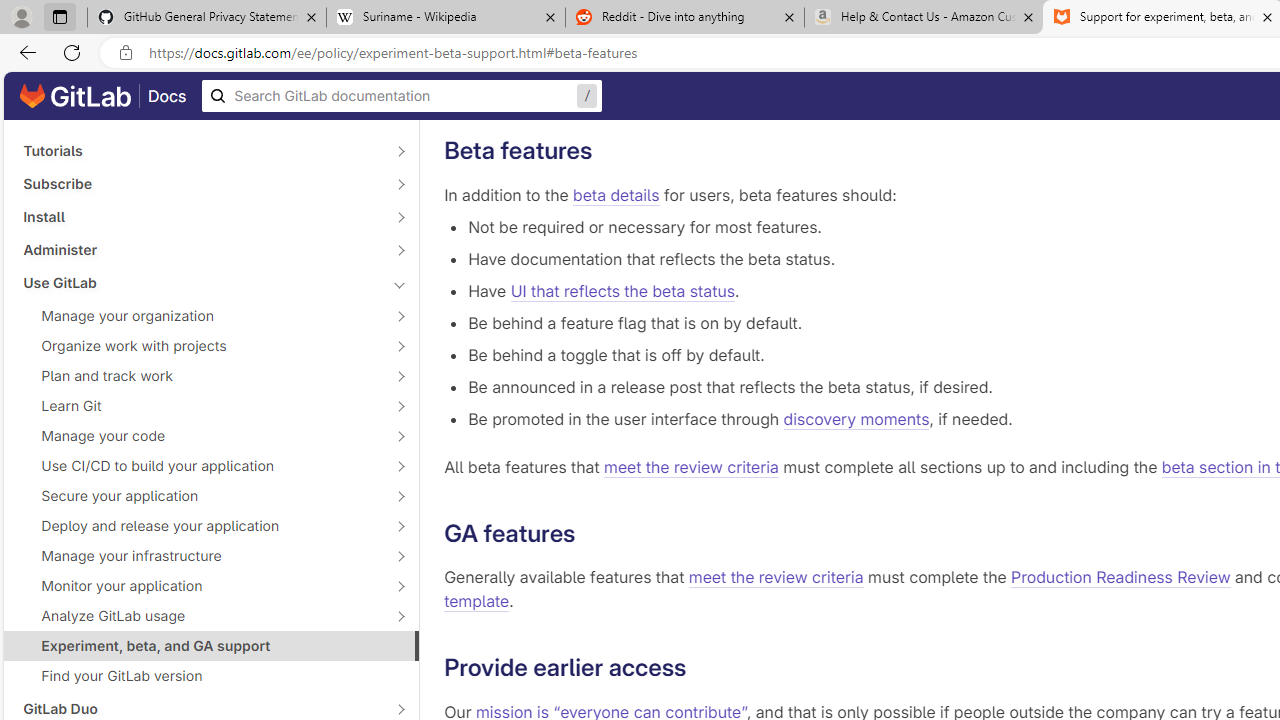 The image size is (1280, 720). Describe the element at coordinates (200, 465) in the screenshot. I see `'Use CI/CD to build your application'` at that location.